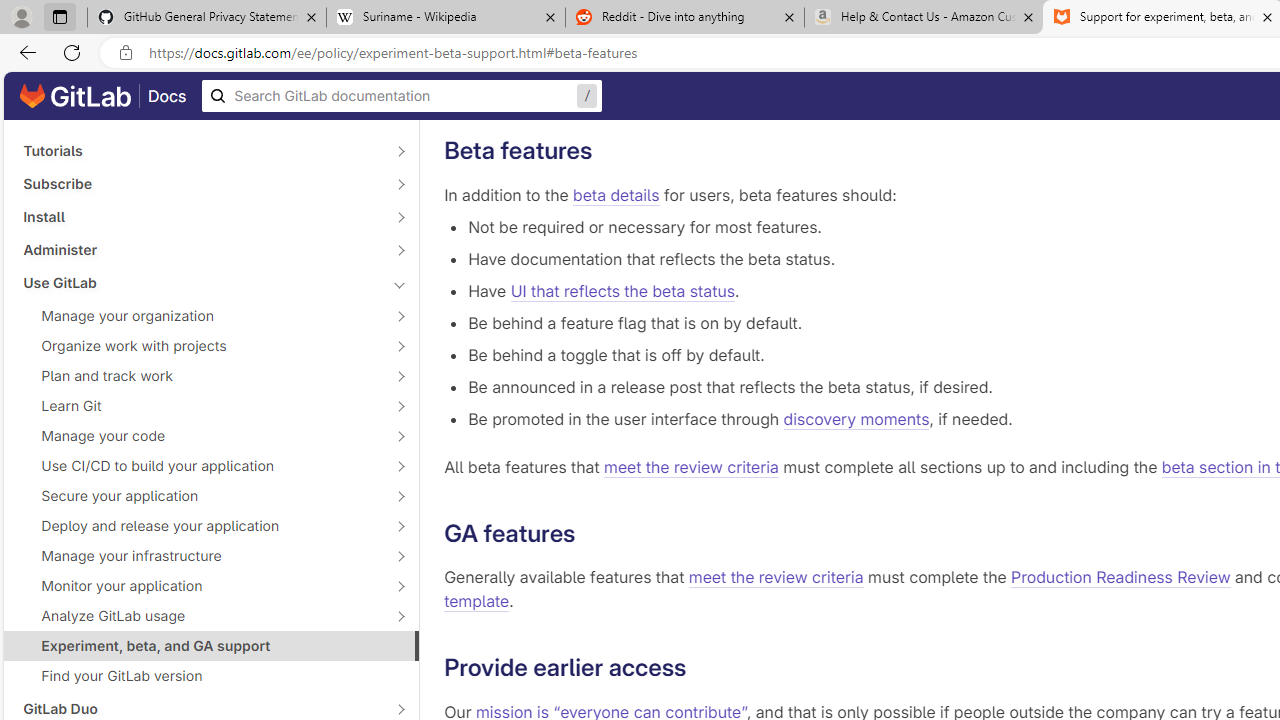 The image size is (1280, 720). Describe the element at coordinates (200, 465) in the screenshot. I see `'Use CI/CD to build your application'` at that location.